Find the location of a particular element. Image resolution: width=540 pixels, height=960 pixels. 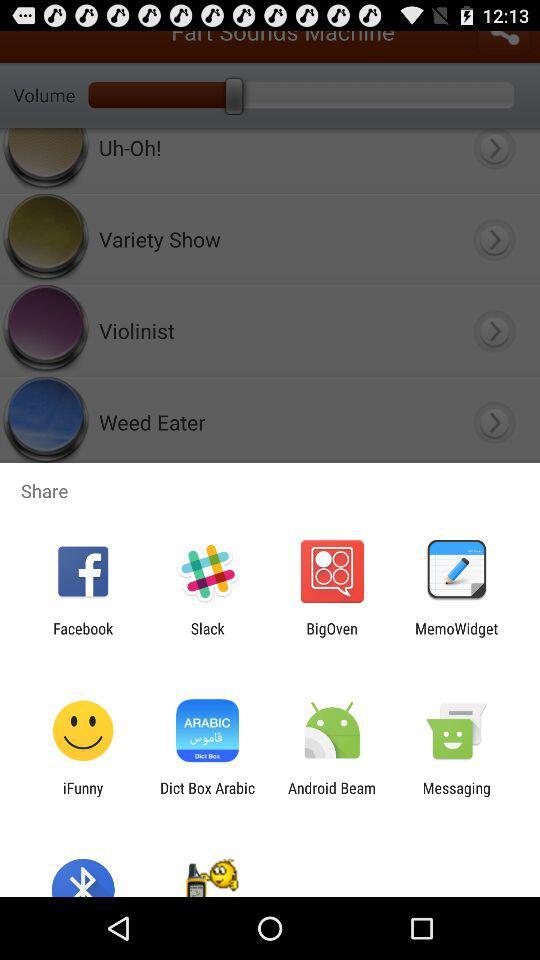

the facebook icon is located at coordinates (82, 636).